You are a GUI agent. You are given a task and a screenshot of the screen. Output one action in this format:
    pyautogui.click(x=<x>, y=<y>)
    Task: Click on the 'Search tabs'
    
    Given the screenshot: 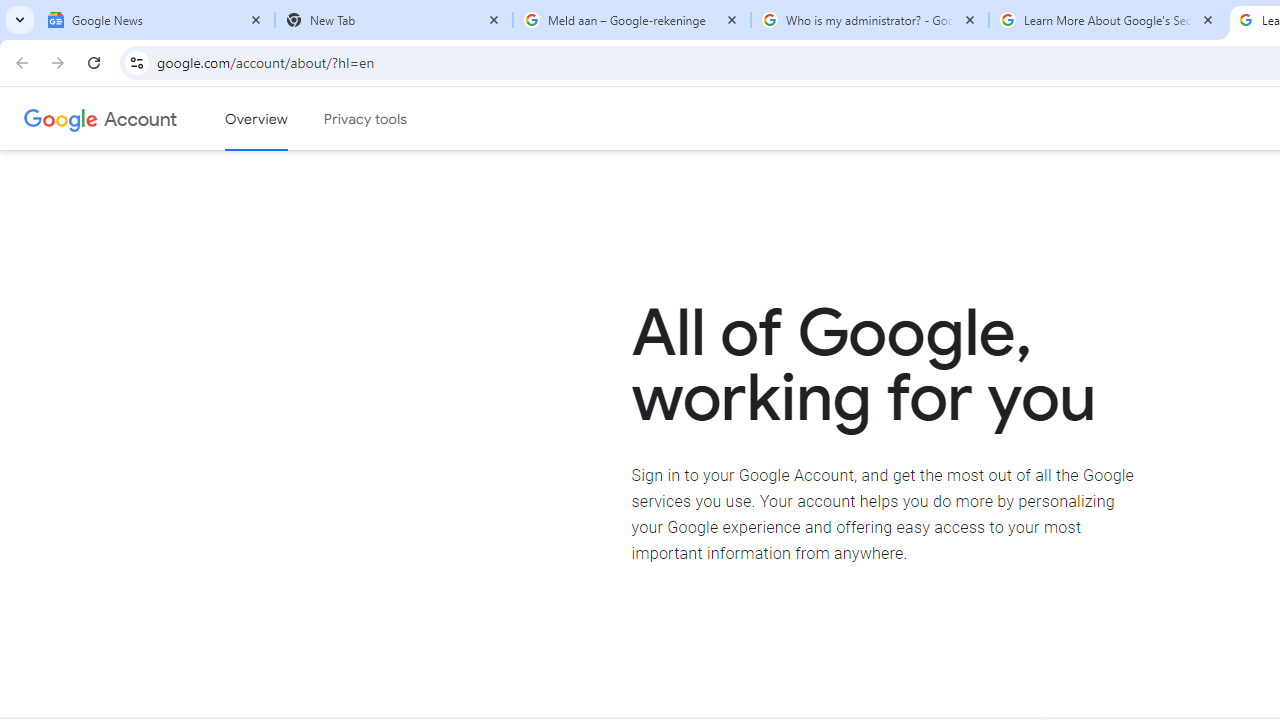 What is the action you would take?
    pyautogui.click(x=20, y=20)
    